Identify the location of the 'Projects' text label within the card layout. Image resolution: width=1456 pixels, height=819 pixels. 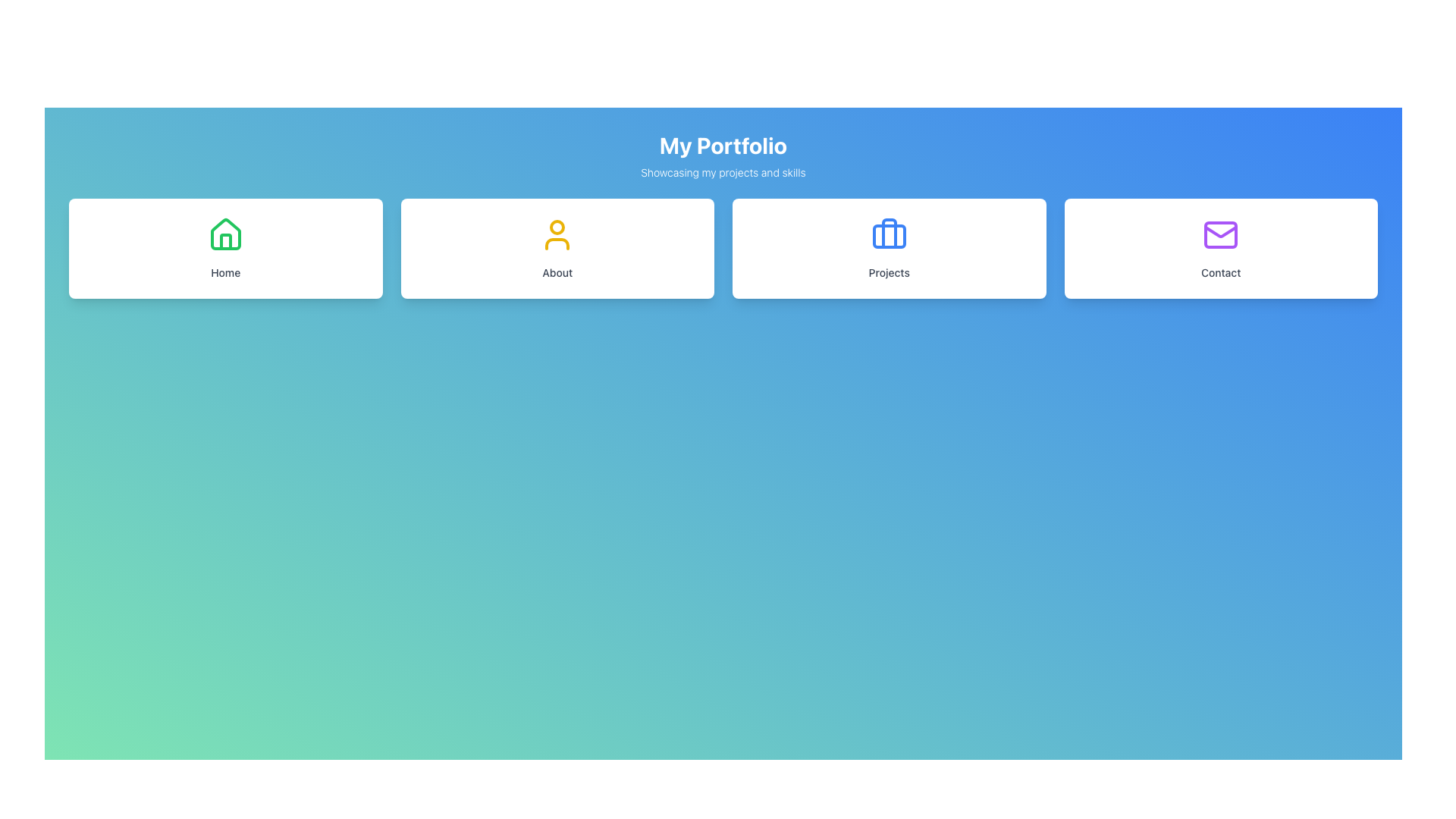
(889, 271).